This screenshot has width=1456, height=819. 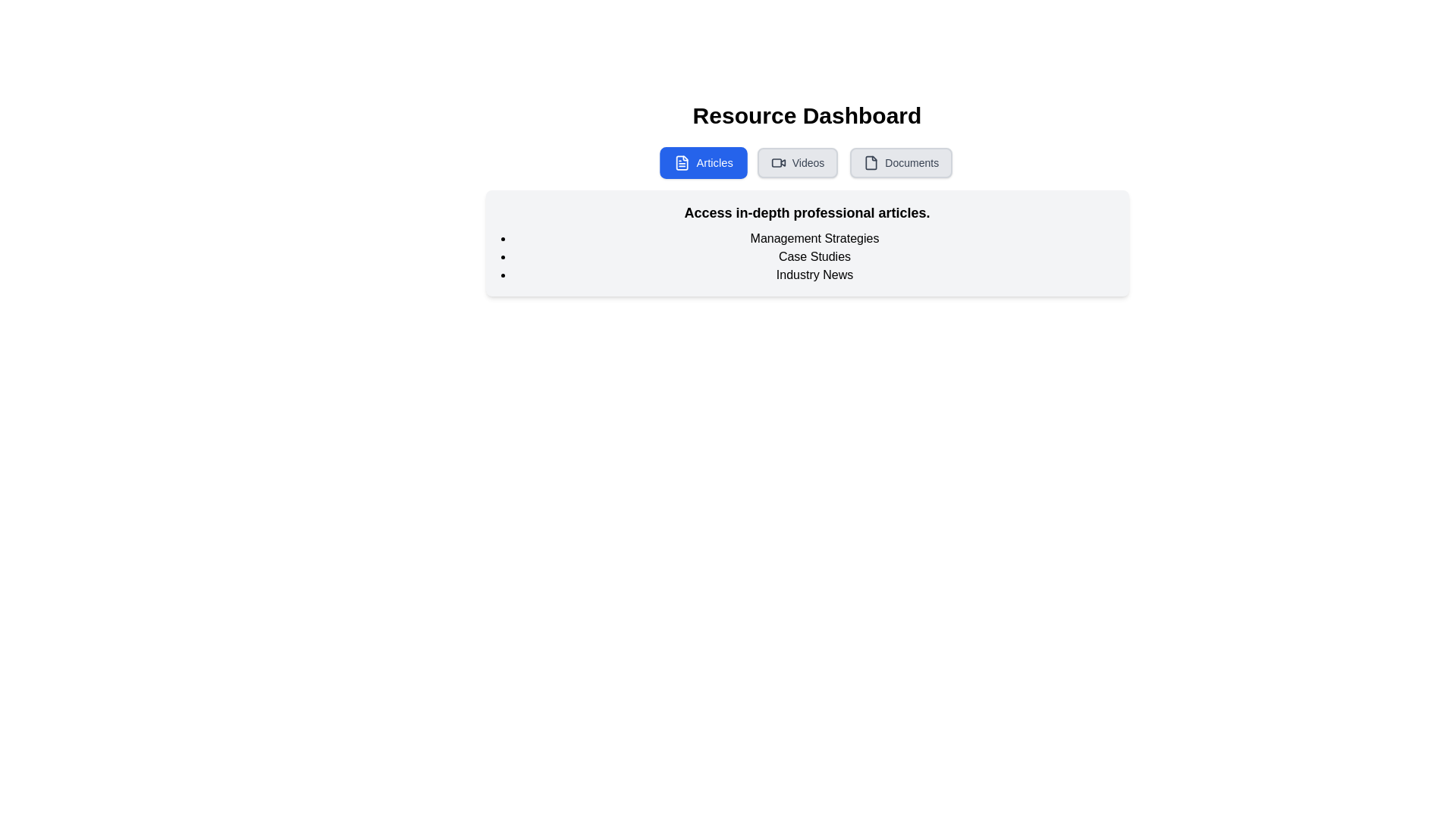 What do you see at coordinates (806, 198) in the screenshot?
I see `the informational card element containing the title 'Access in-depth professional articles.' and its bulleted list of resources, located below the tab selector in the Resource Dashboard` at bounding box center [806, 198].